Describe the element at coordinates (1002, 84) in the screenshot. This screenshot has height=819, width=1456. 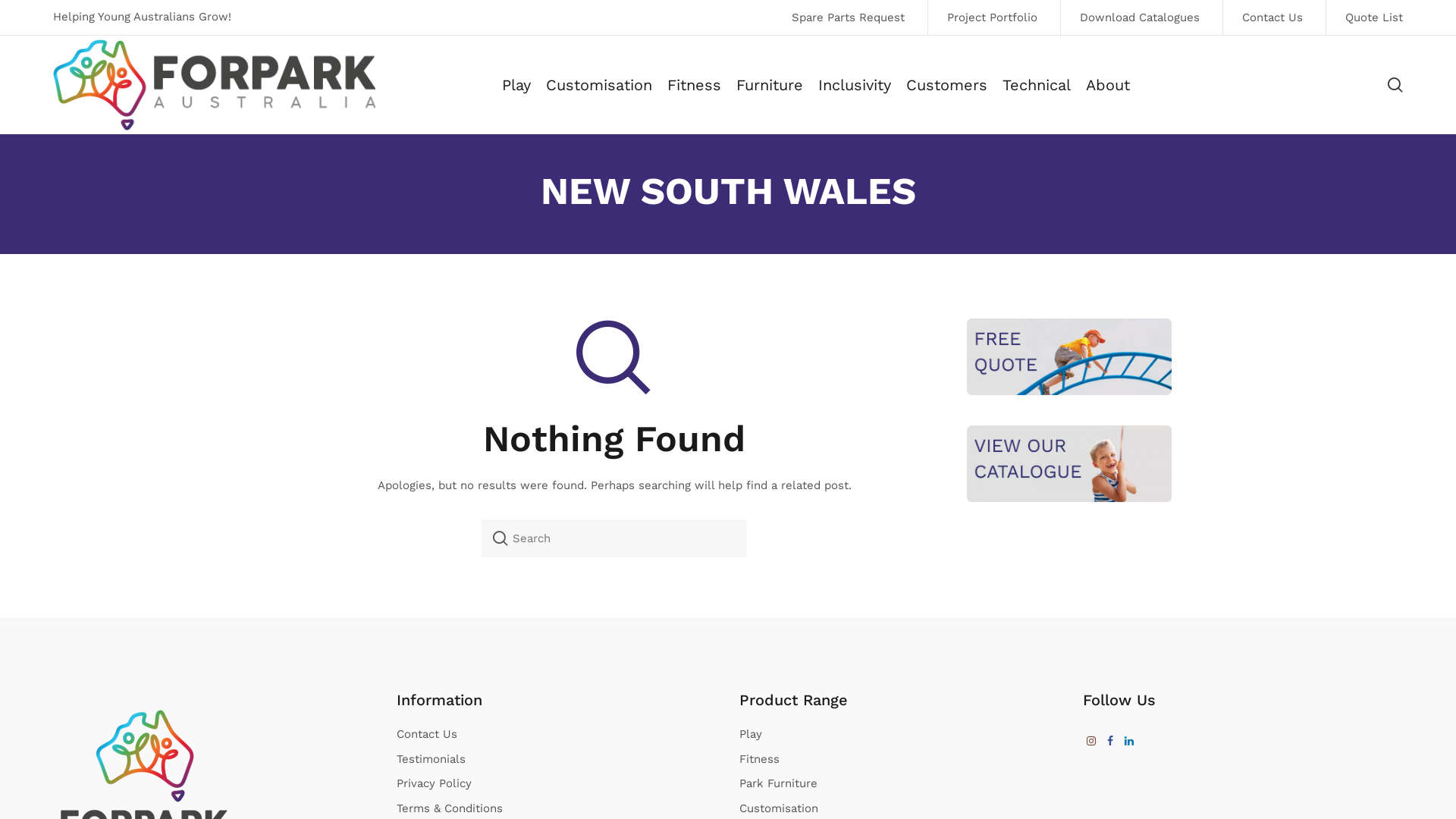
I see `'Technical'` at that location.